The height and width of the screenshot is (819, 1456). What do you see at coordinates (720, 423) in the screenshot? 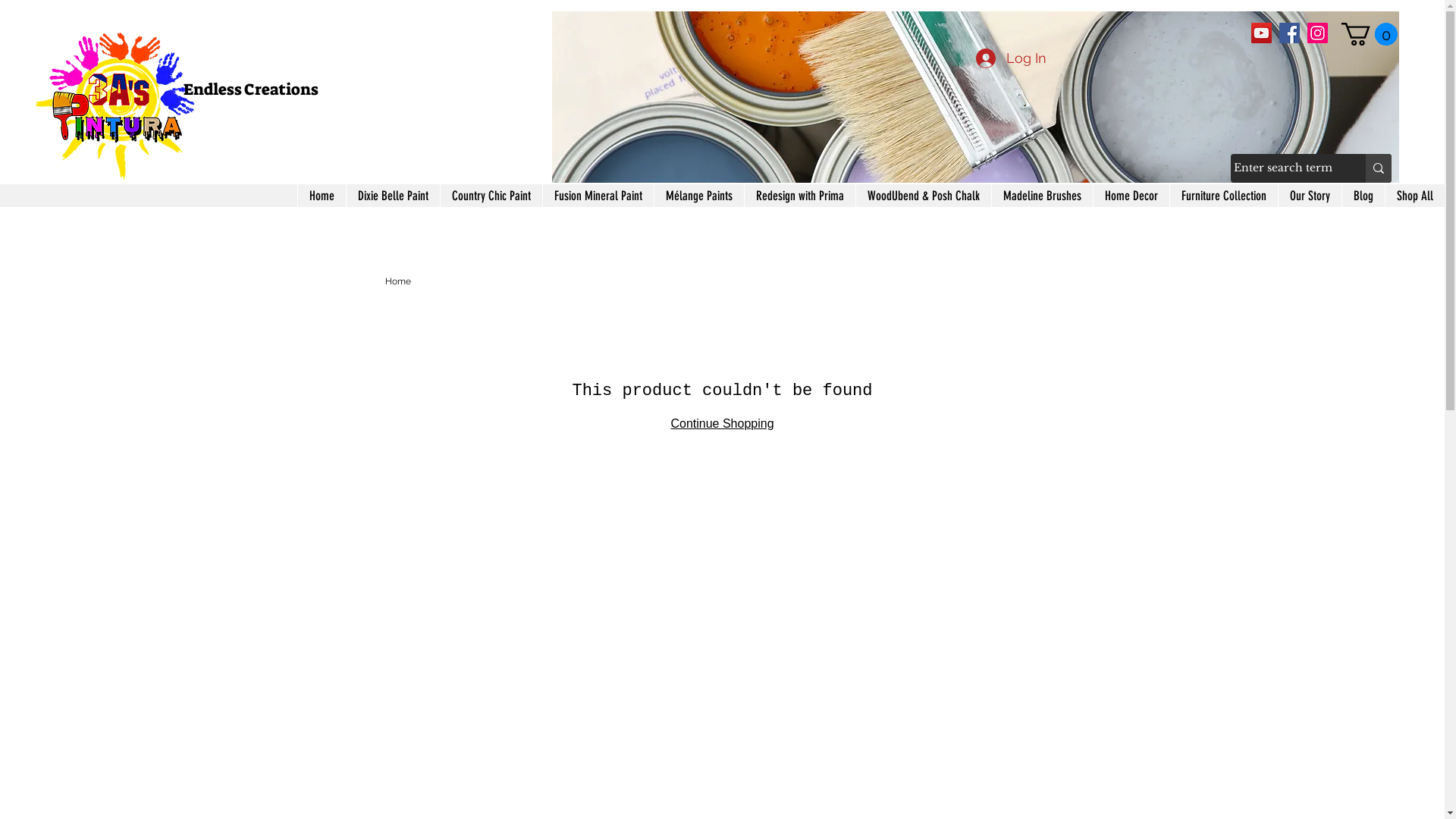
I see `'Continue Shopping'` at bounding box center [720, 423].